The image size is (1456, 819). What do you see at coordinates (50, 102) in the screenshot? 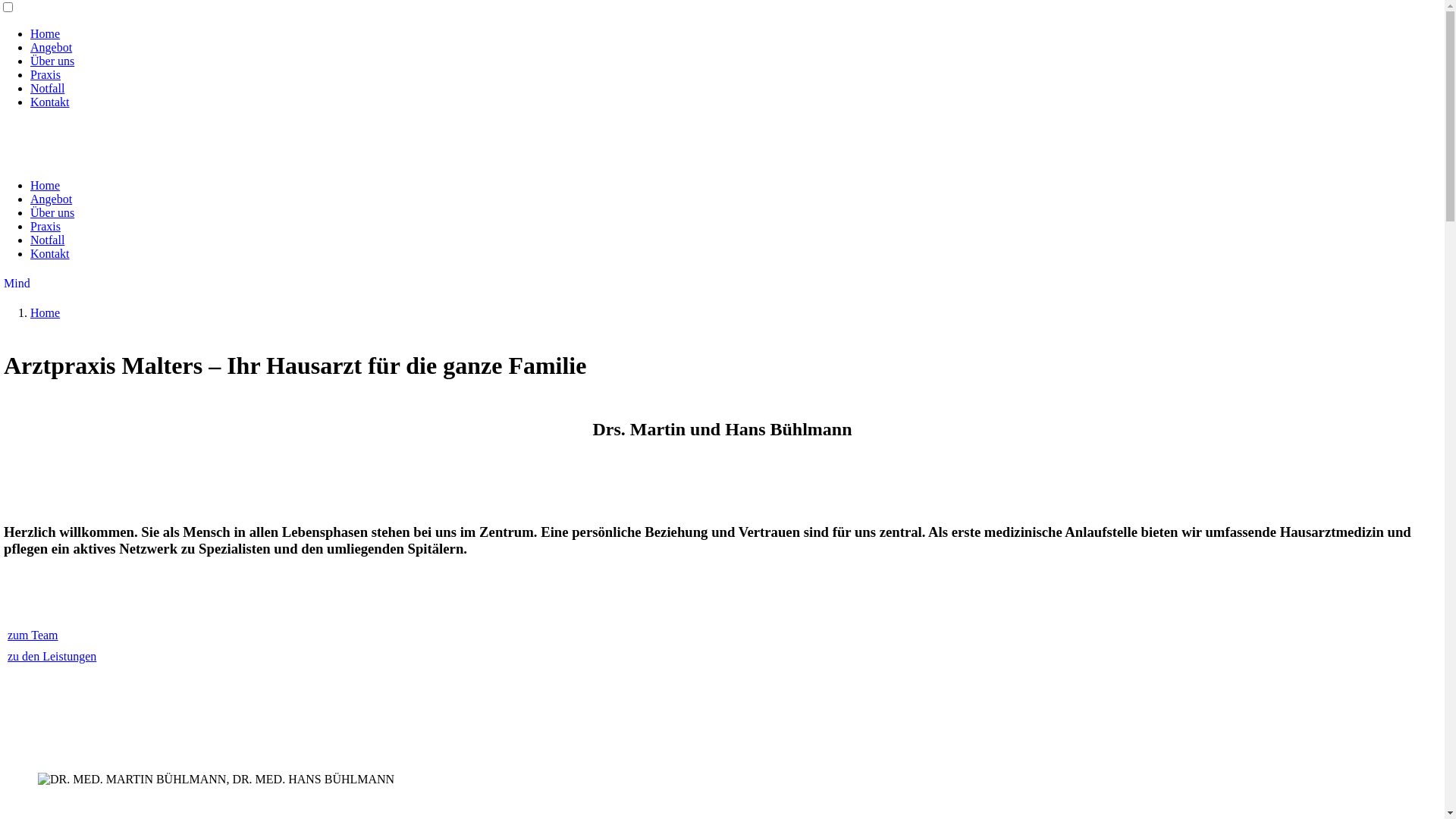
I see `'Kontakt'` at bounding box center [50, 102].